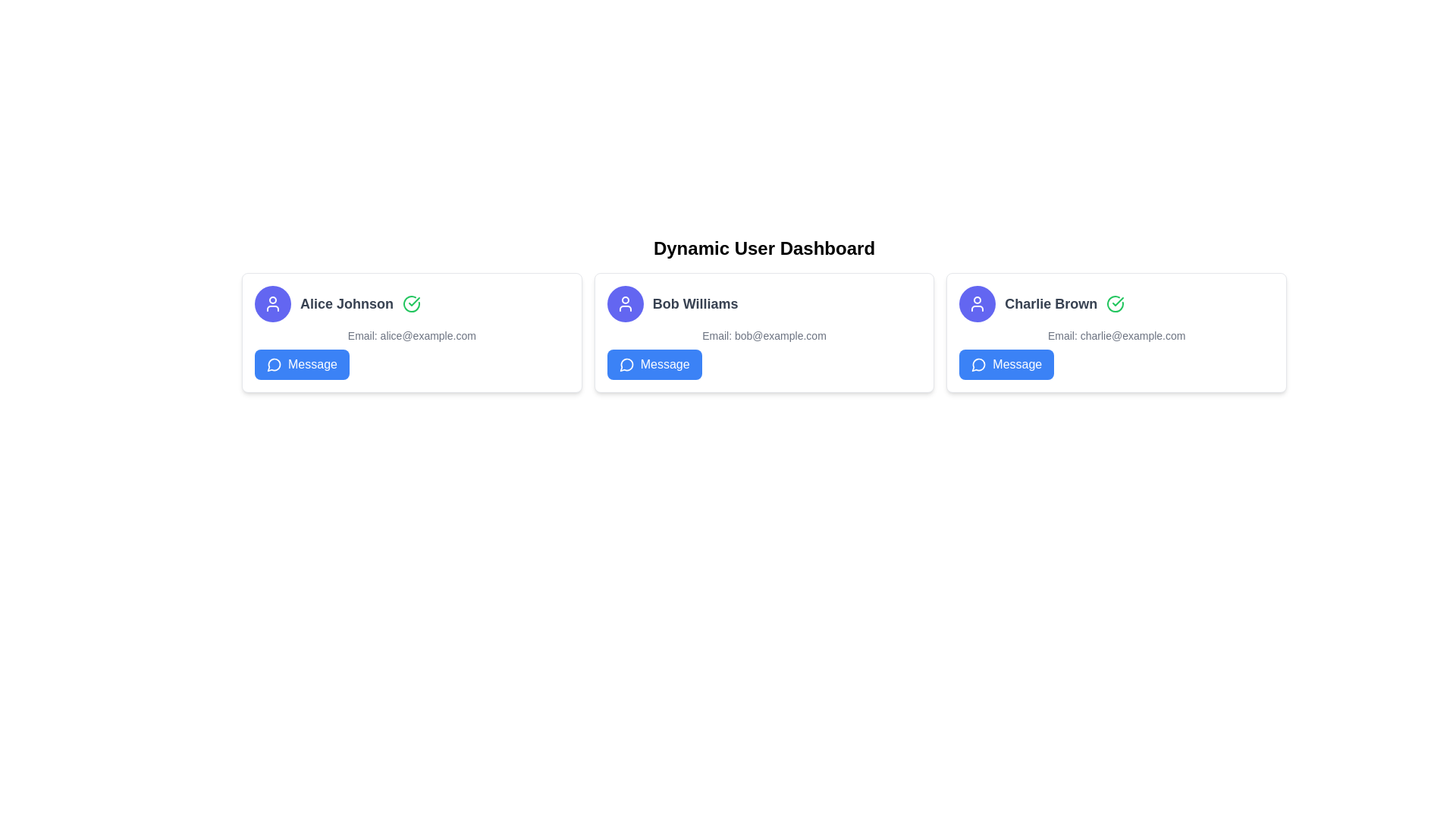  Describe the element at coordinates (346, 304) in the screenshot. I see `the text label displaying 'Alice Johnson' in bold and larger font, which is part of the user card and located between the user's avatar and a checkmark icon` at that location.